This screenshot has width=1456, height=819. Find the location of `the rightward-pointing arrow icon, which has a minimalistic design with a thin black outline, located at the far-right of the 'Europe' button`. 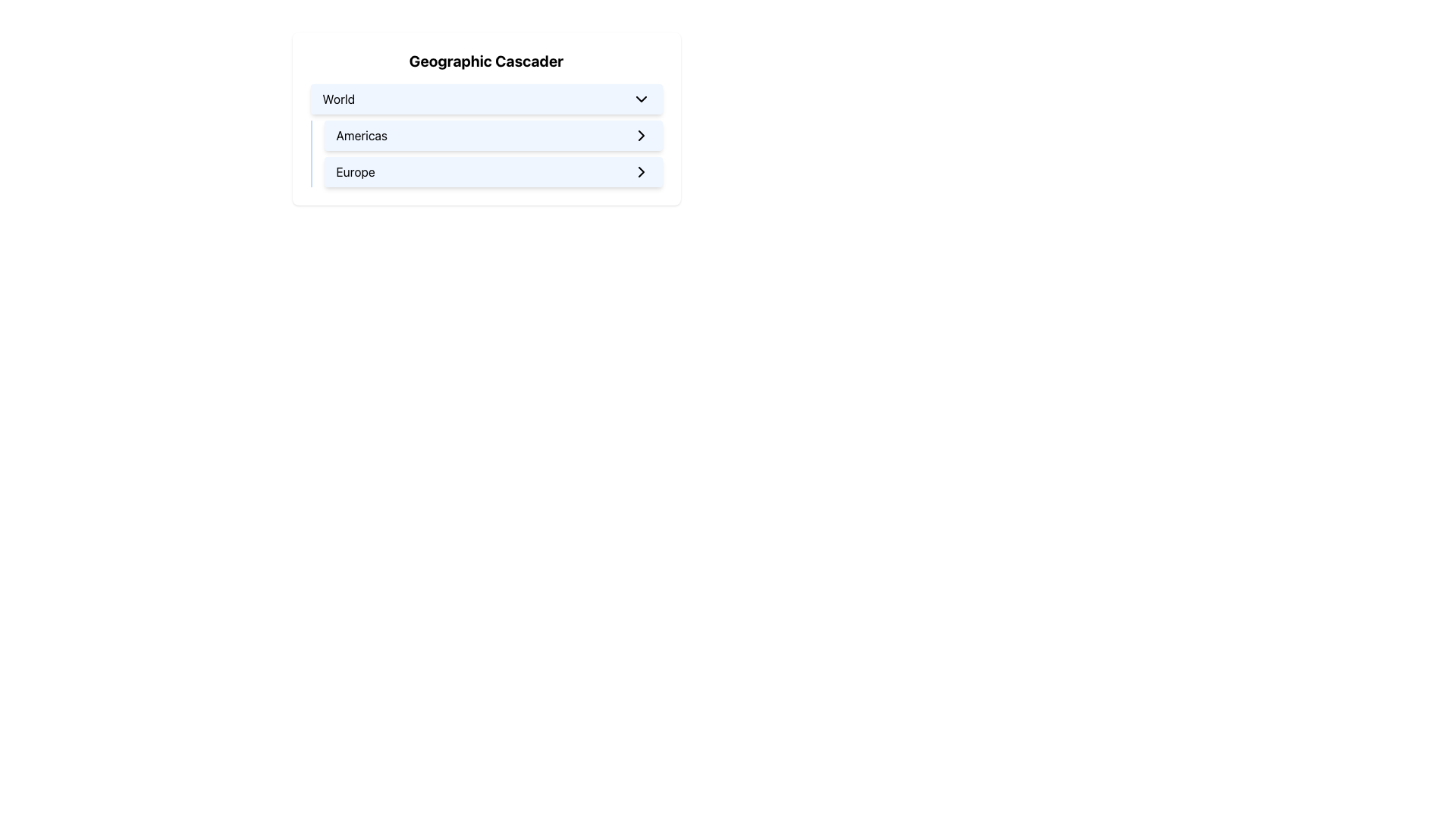

the rightward-pointing arrow icon, which has a minimalistic design with a thin black outline, located at the far-right of the 'Europe' button is located at coordinates (641, 171).